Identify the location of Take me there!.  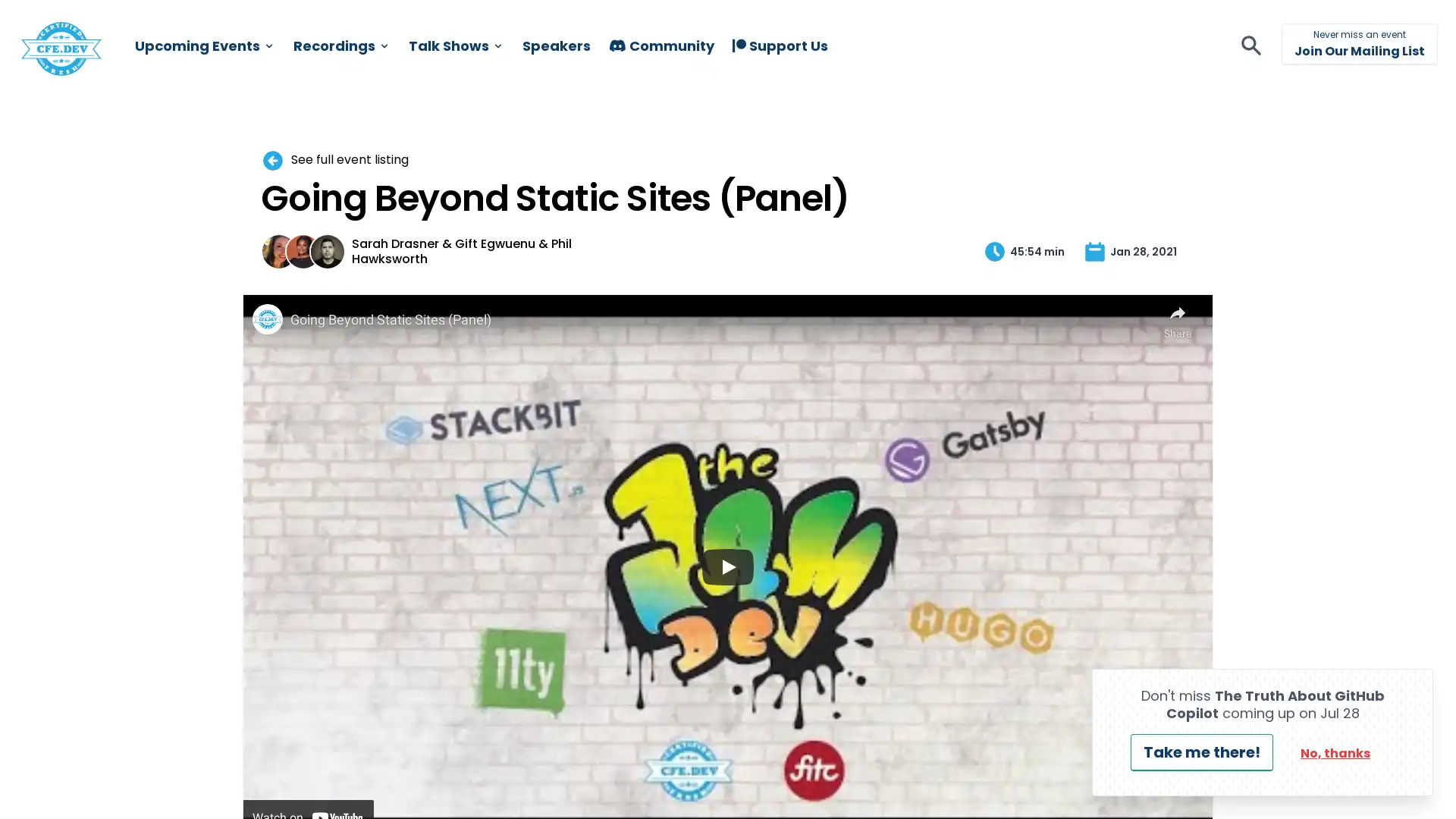
(1200, 752).